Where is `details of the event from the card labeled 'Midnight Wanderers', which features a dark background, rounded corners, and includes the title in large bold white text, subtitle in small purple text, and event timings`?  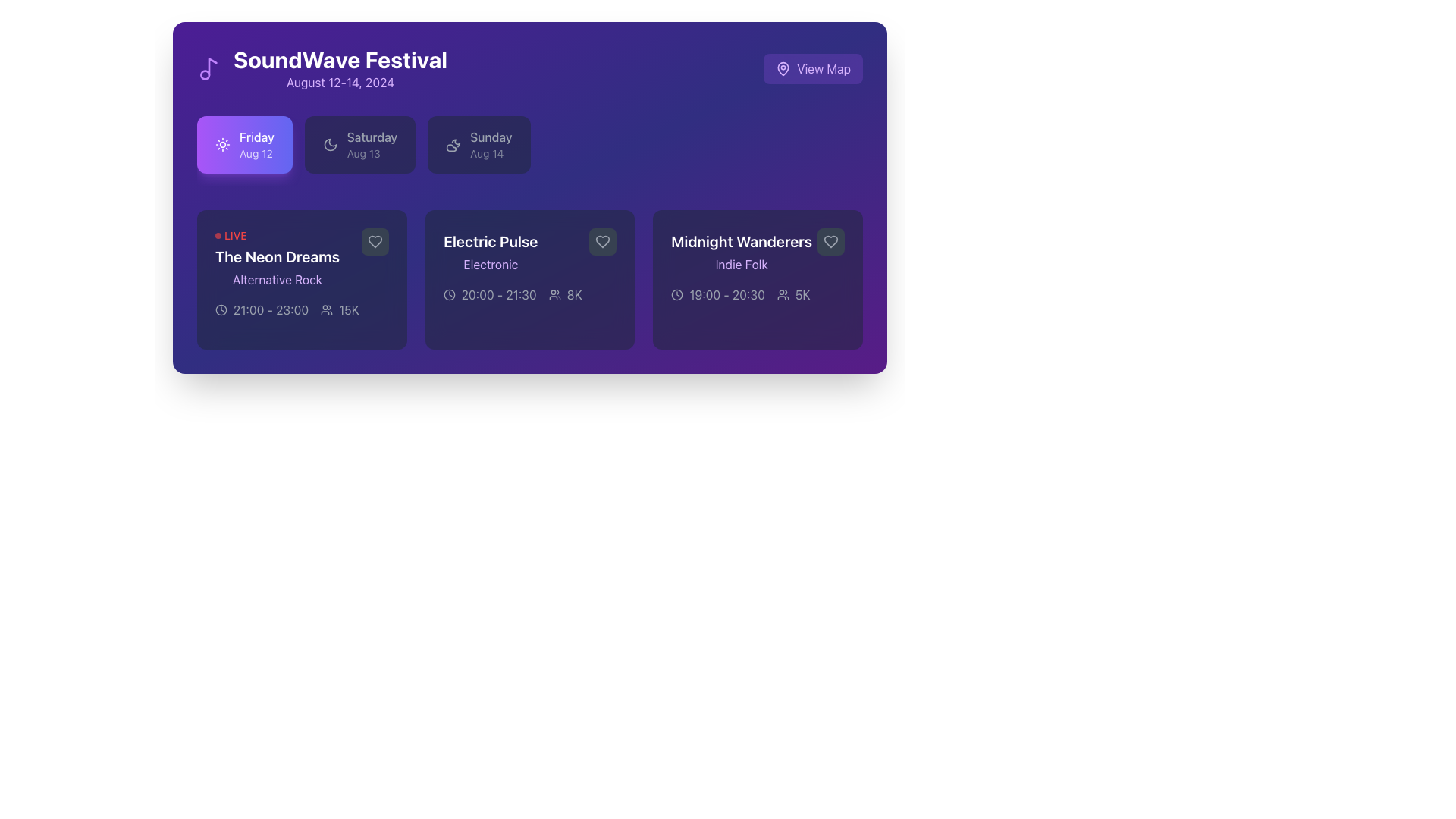
details of the event from the card labeled 'Midnight Wanderers', which features a dark background, rounded corners, and includes the title in large bold white text, subtitle in small purple text, and event timings is located at coordinates (758, 271).